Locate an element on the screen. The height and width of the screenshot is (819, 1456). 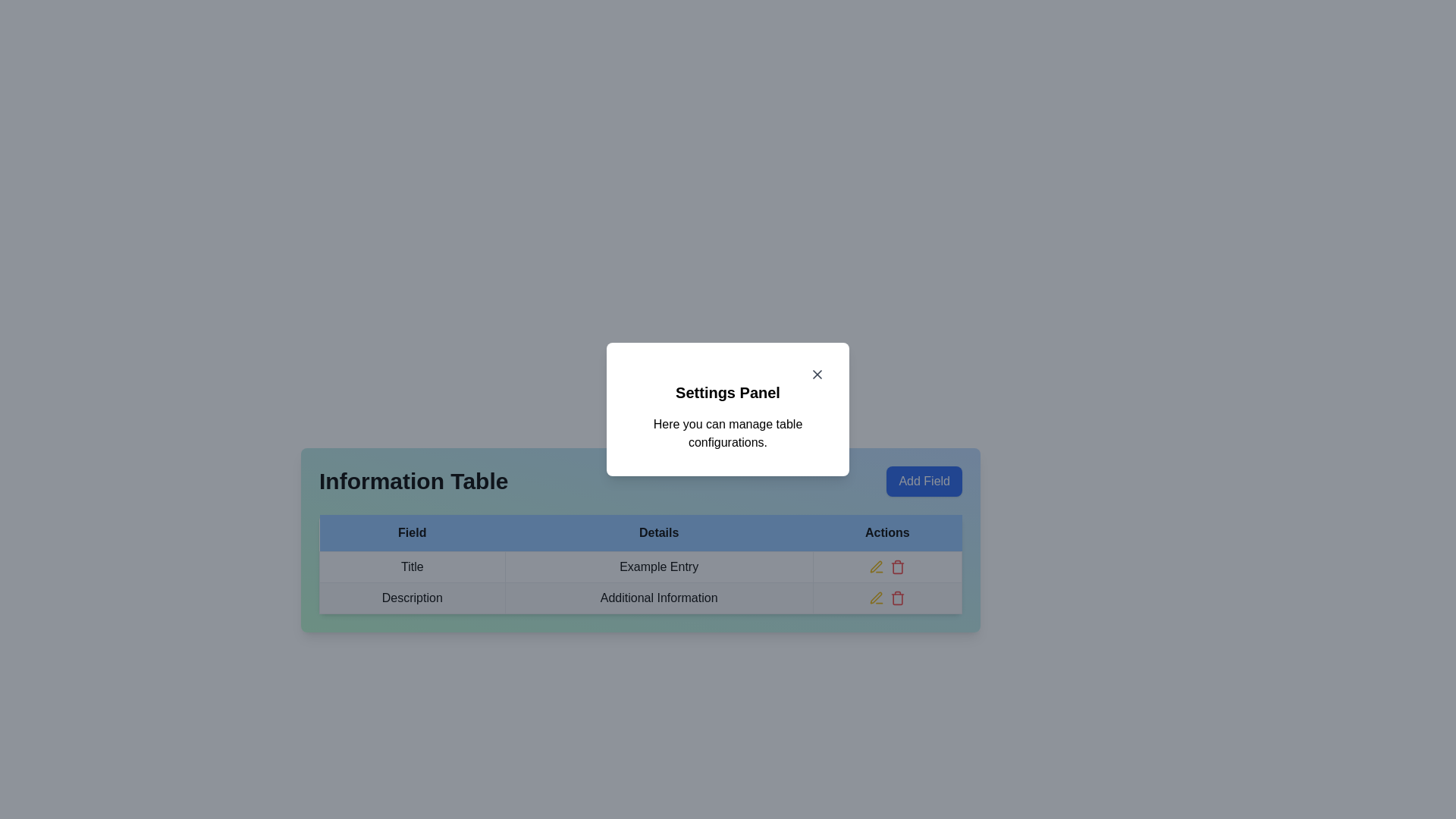
the blue labeled tab 'Field' located at the top-left corner of the horizontal group of tabs in the 'Information Table' is located at coordinates (412, 532).